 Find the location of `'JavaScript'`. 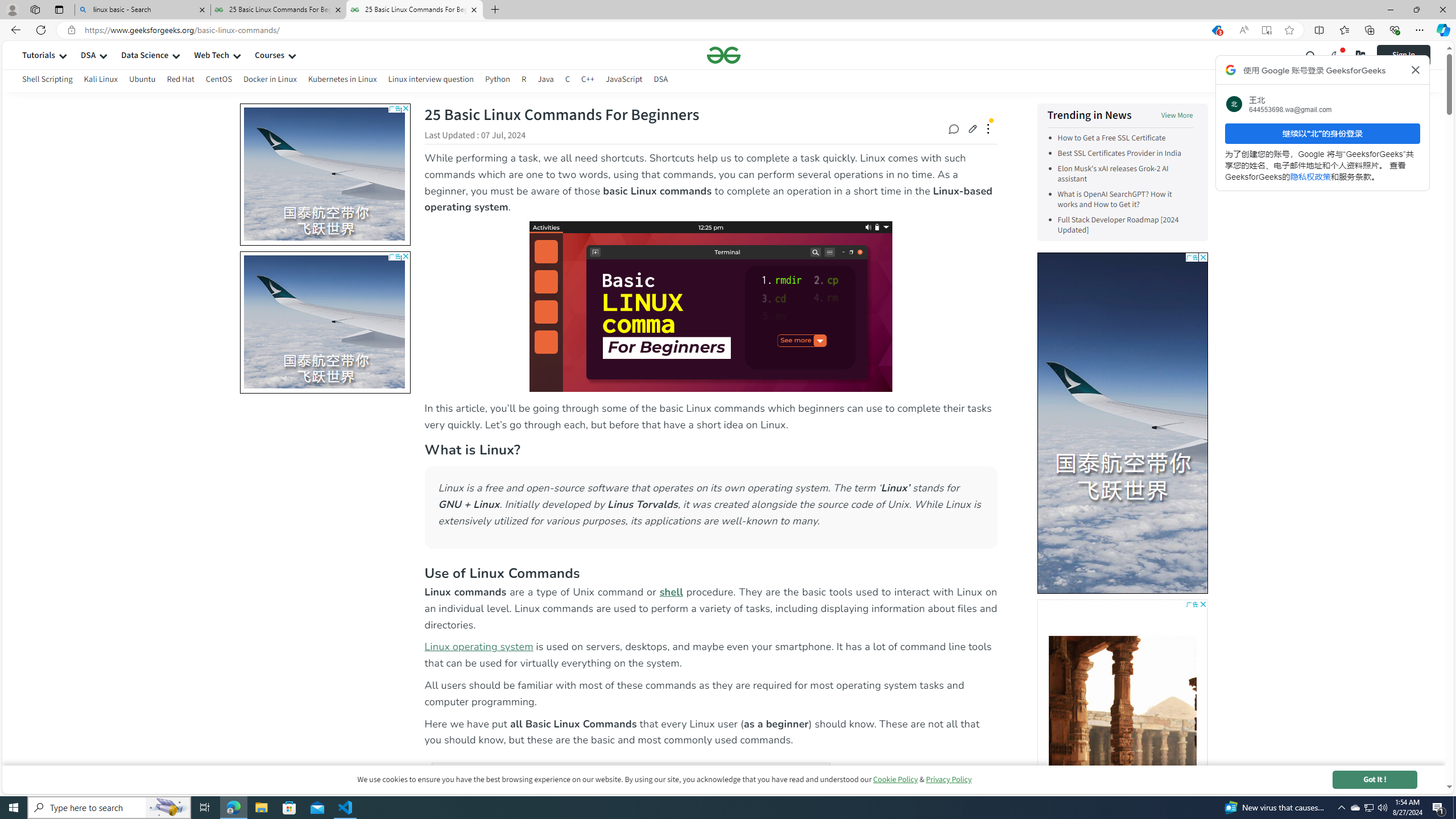

'JavaScript' is located at coordinates (623, 78).